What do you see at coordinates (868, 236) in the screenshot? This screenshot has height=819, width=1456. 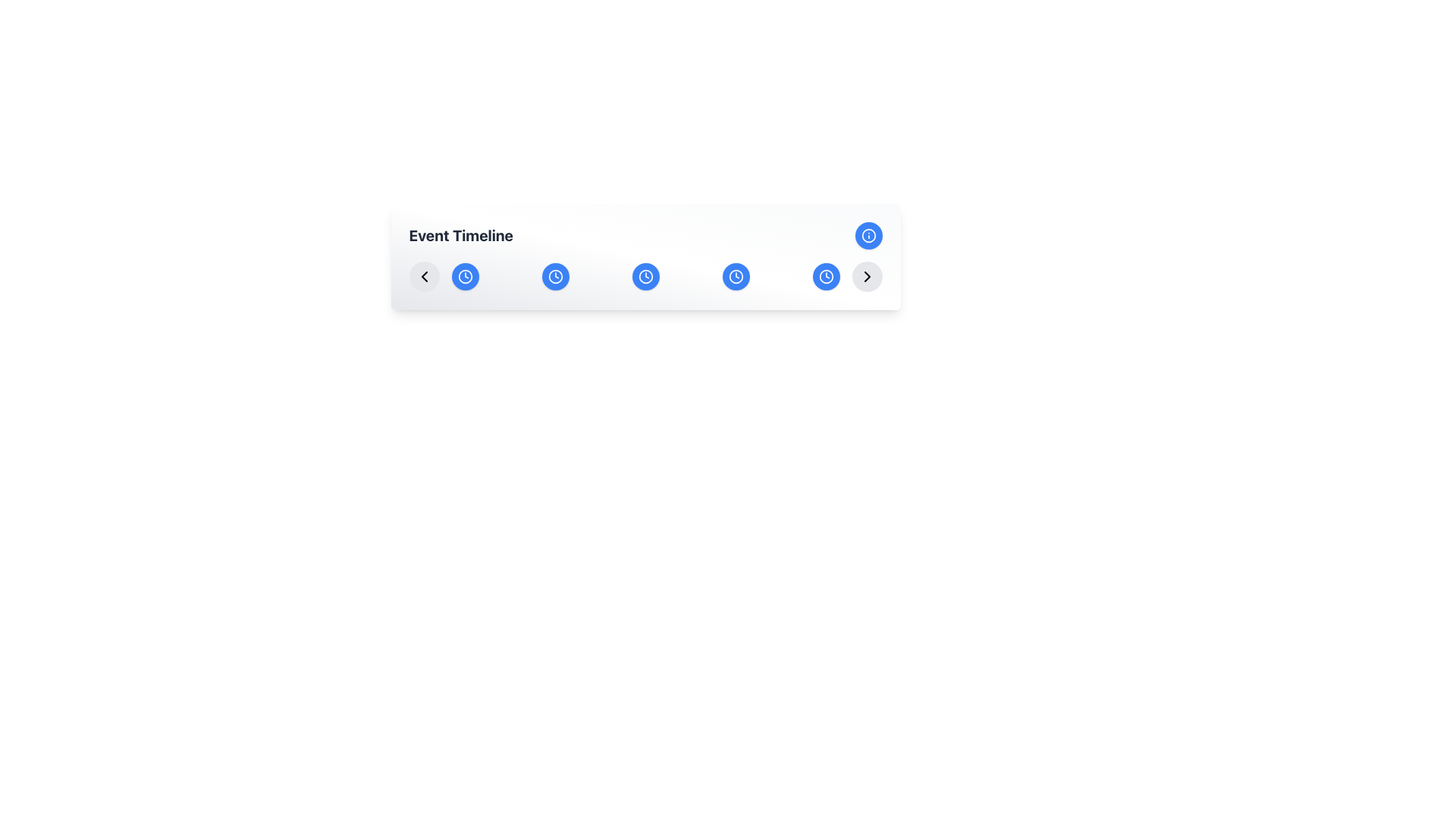 I see `the informational button located on the rightmost side of the header section under the label 'Event Timeline'` at bounding box center [868, 236].